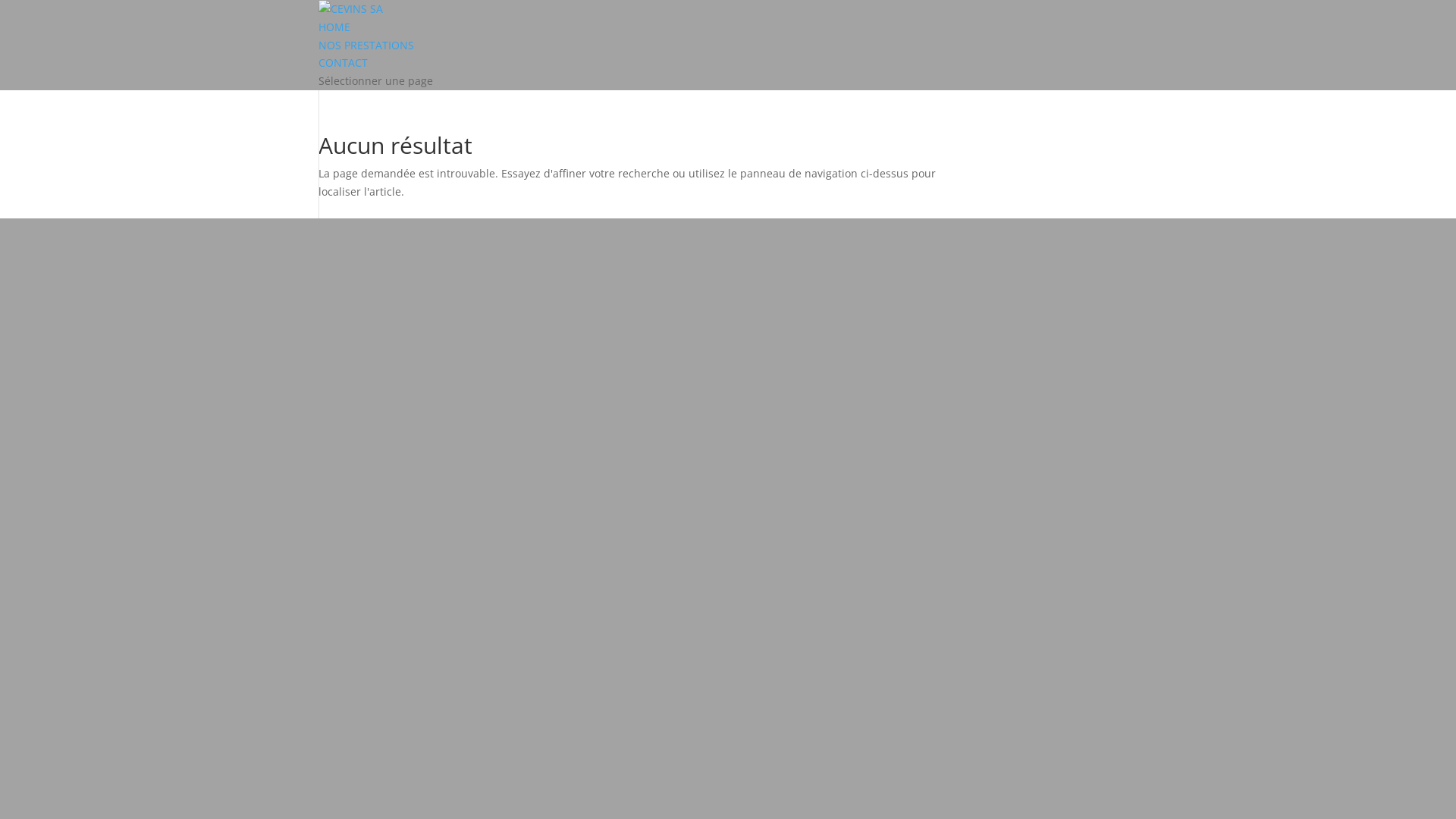 This screenshot has width=1456, height=819. What do you see at coordinates (366, 44) in the screenshot?
I see `'NOS PRESTATIONS'` at bounding box center [366, 44].